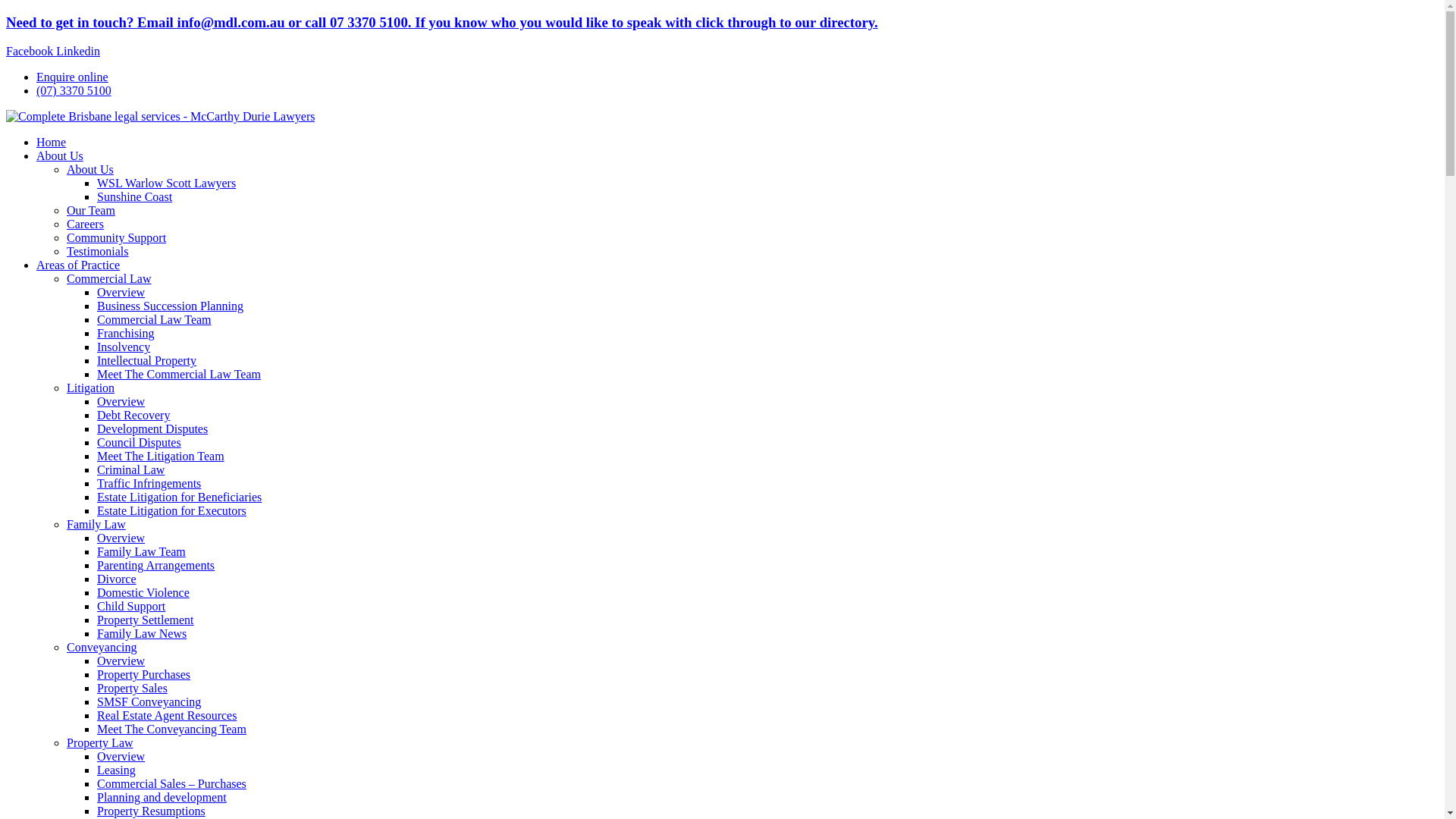  Describe the element at coordinates (149, 483) in the screenshot. I see `'Traffic Infringements'` at that location.